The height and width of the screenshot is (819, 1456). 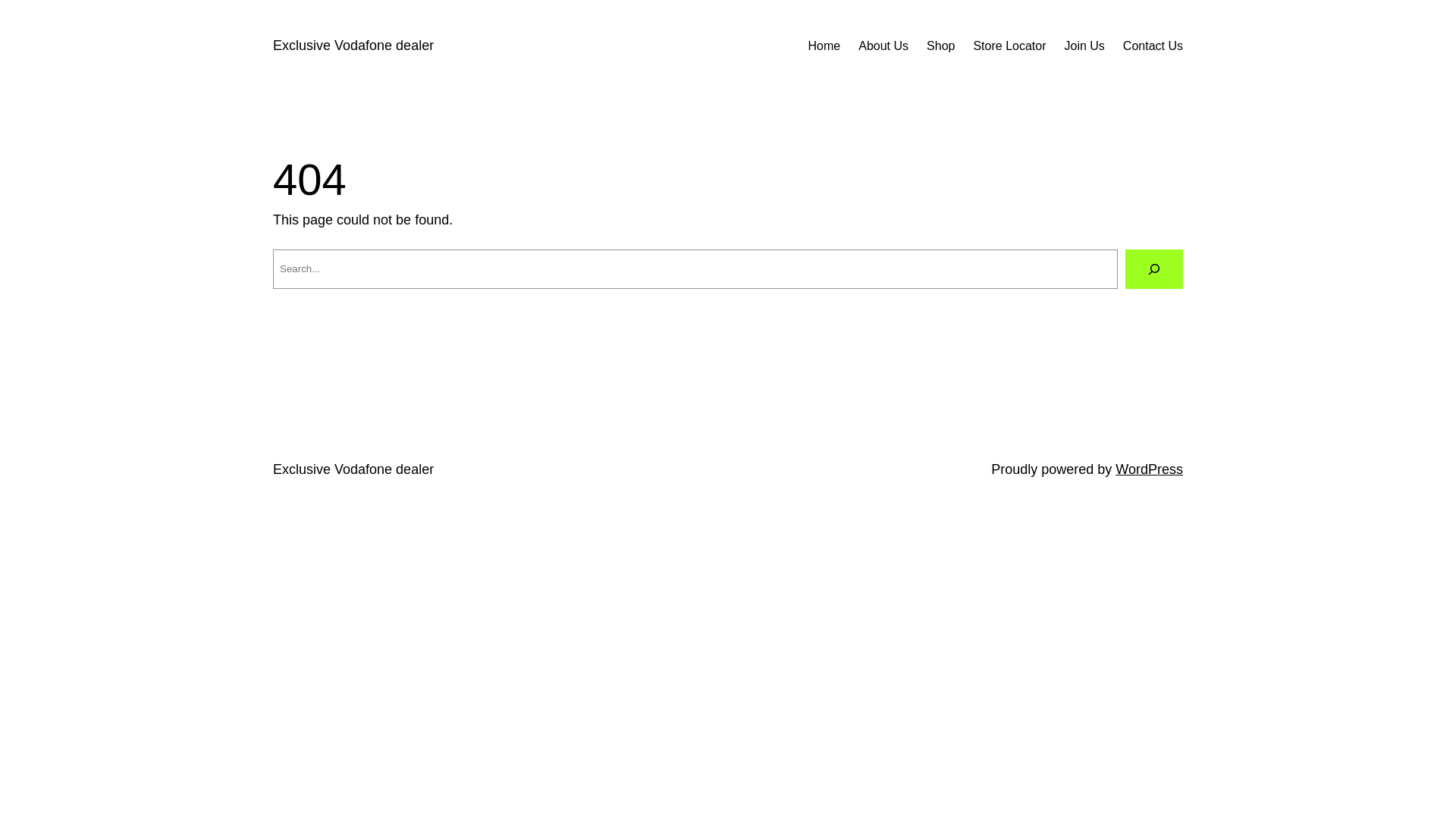 I want to click on 'Shop', so click(x=940, y=45).